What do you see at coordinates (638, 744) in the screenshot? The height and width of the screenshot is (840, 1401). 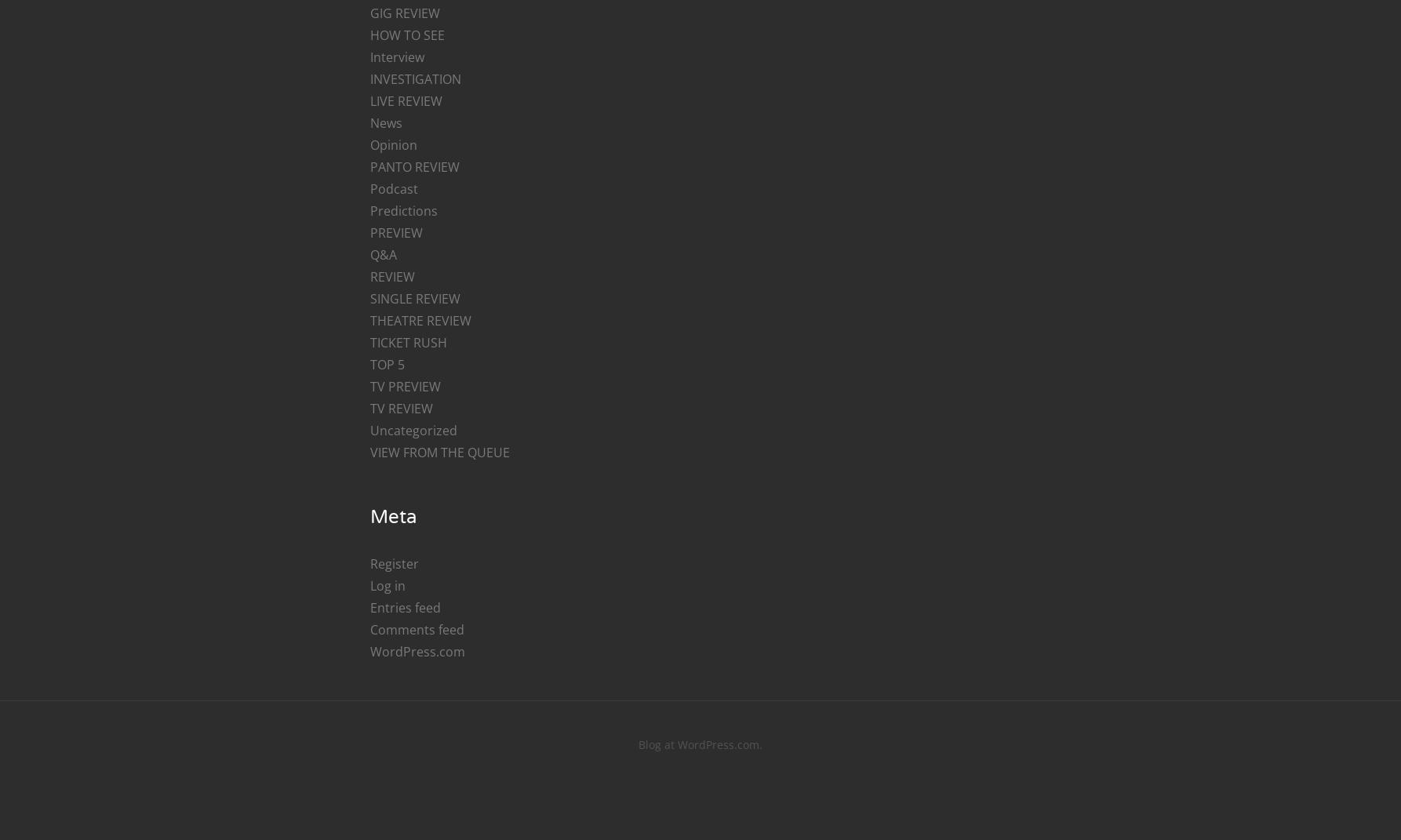 I see `'Blog at WordPress.com.'` at bounding box center [638, 744].